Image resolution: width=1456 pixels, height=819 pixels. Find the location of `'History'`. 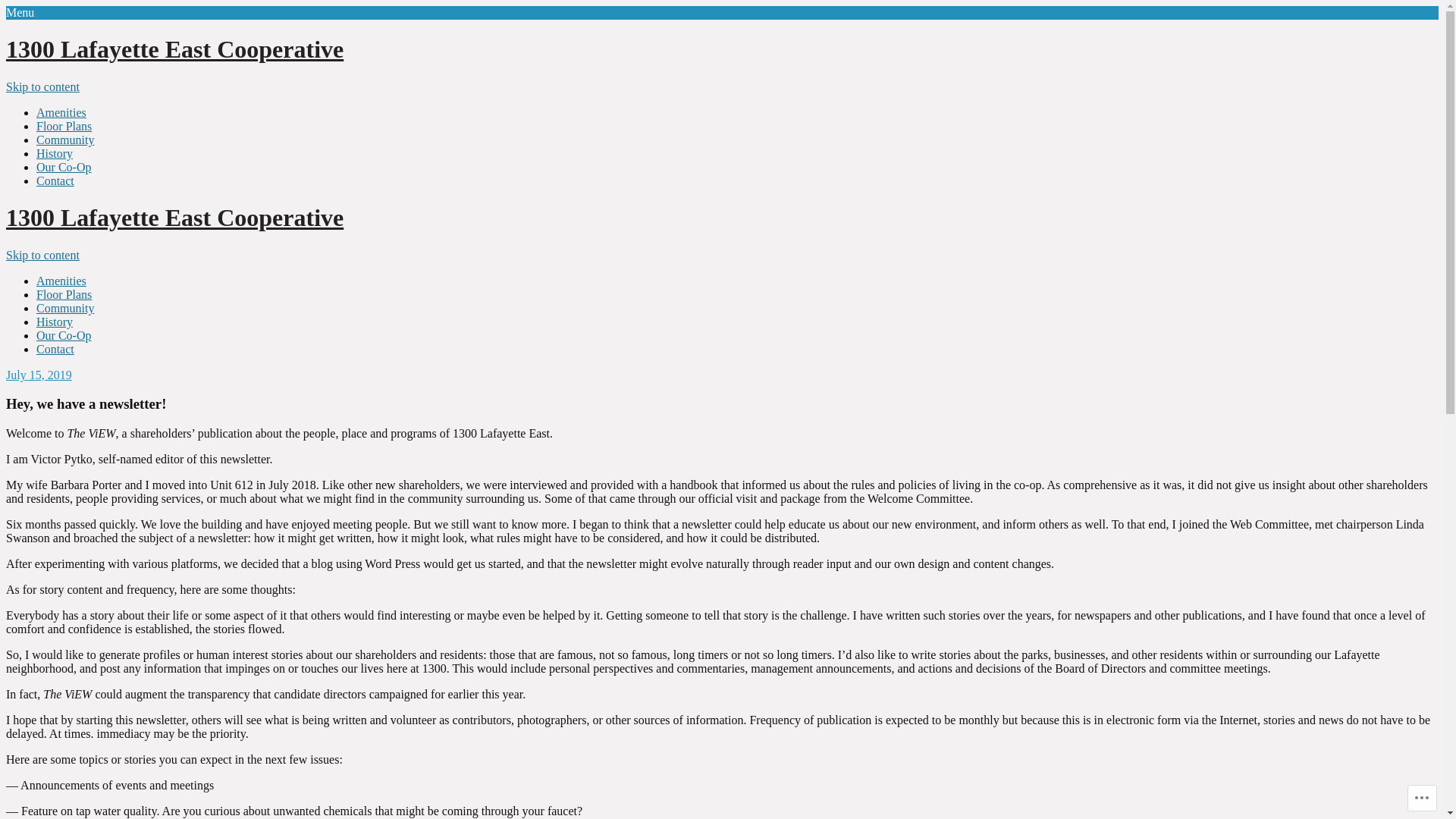

'History' is located at coordinates (36, 321).